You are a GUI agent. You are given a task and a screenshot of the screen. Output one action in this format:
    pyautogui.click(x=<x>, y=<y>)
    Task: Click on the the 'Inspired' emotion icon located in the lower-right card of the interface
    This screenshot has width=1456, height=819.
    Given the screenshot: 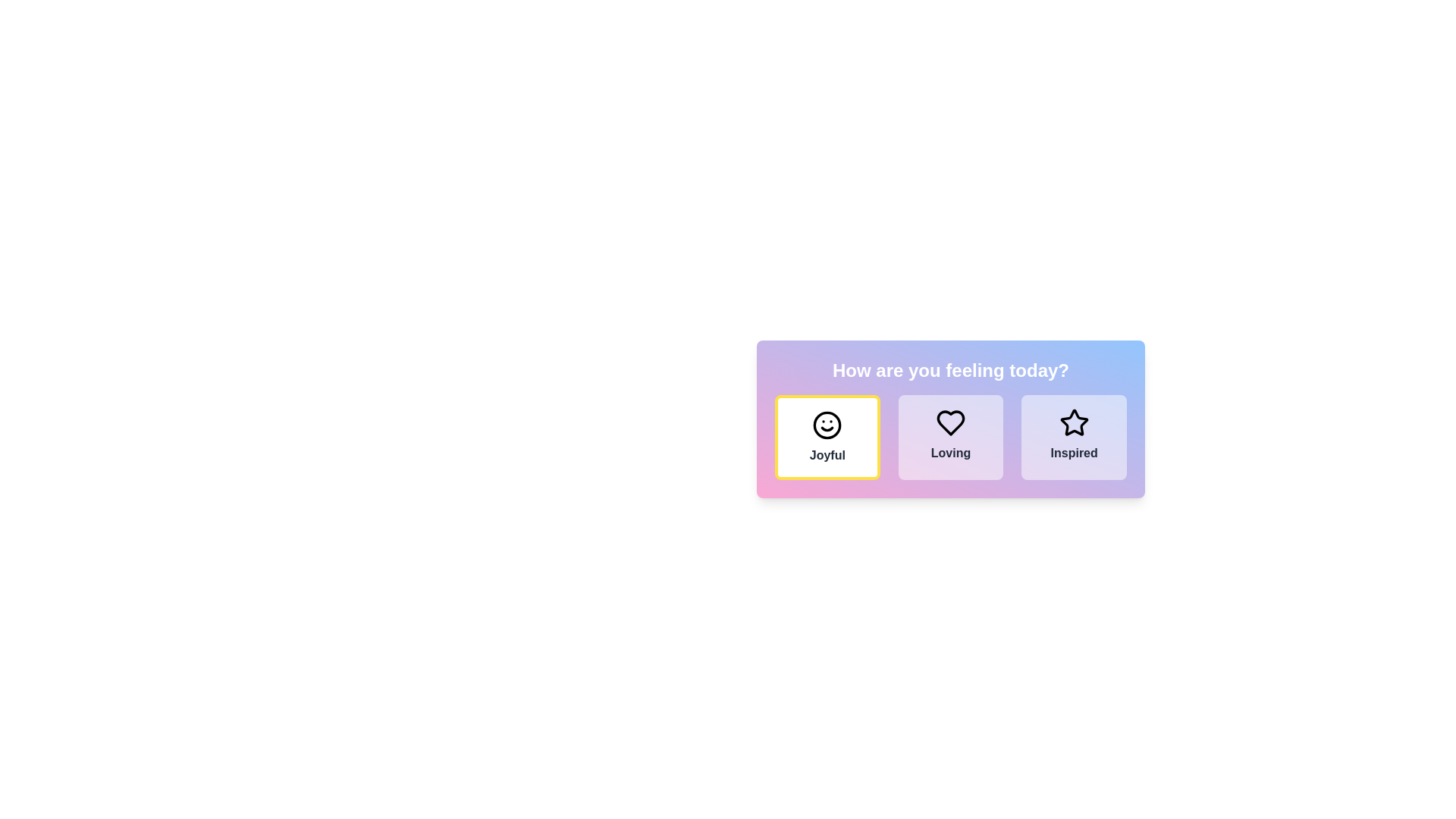 What is the action you would take?
    pyautogui.click(x=1073, y=422)
    